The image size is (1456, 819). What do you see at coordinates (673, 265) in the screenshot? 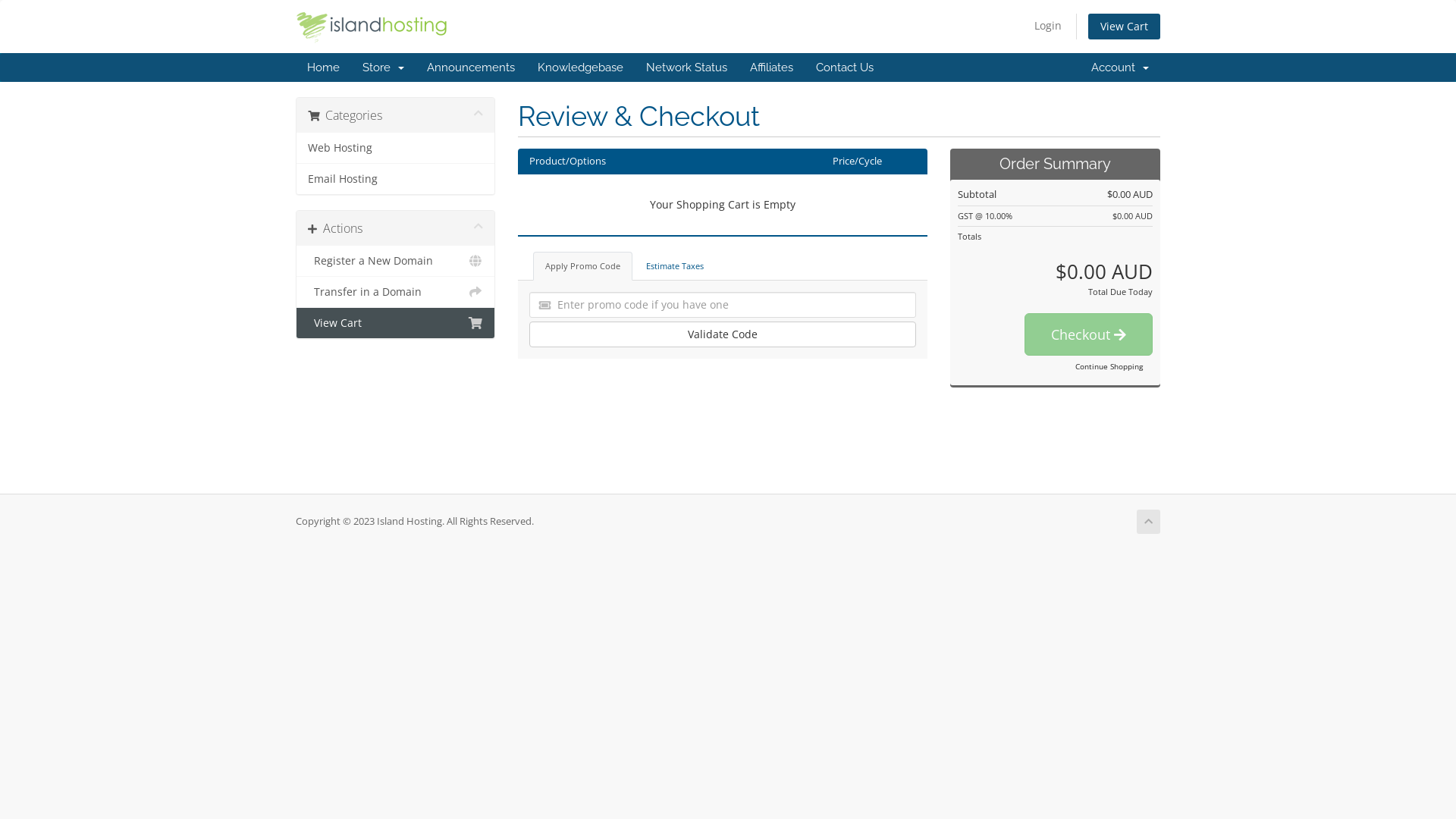
I see `'Estimate Taxes'` at bounding box center [673, 265].